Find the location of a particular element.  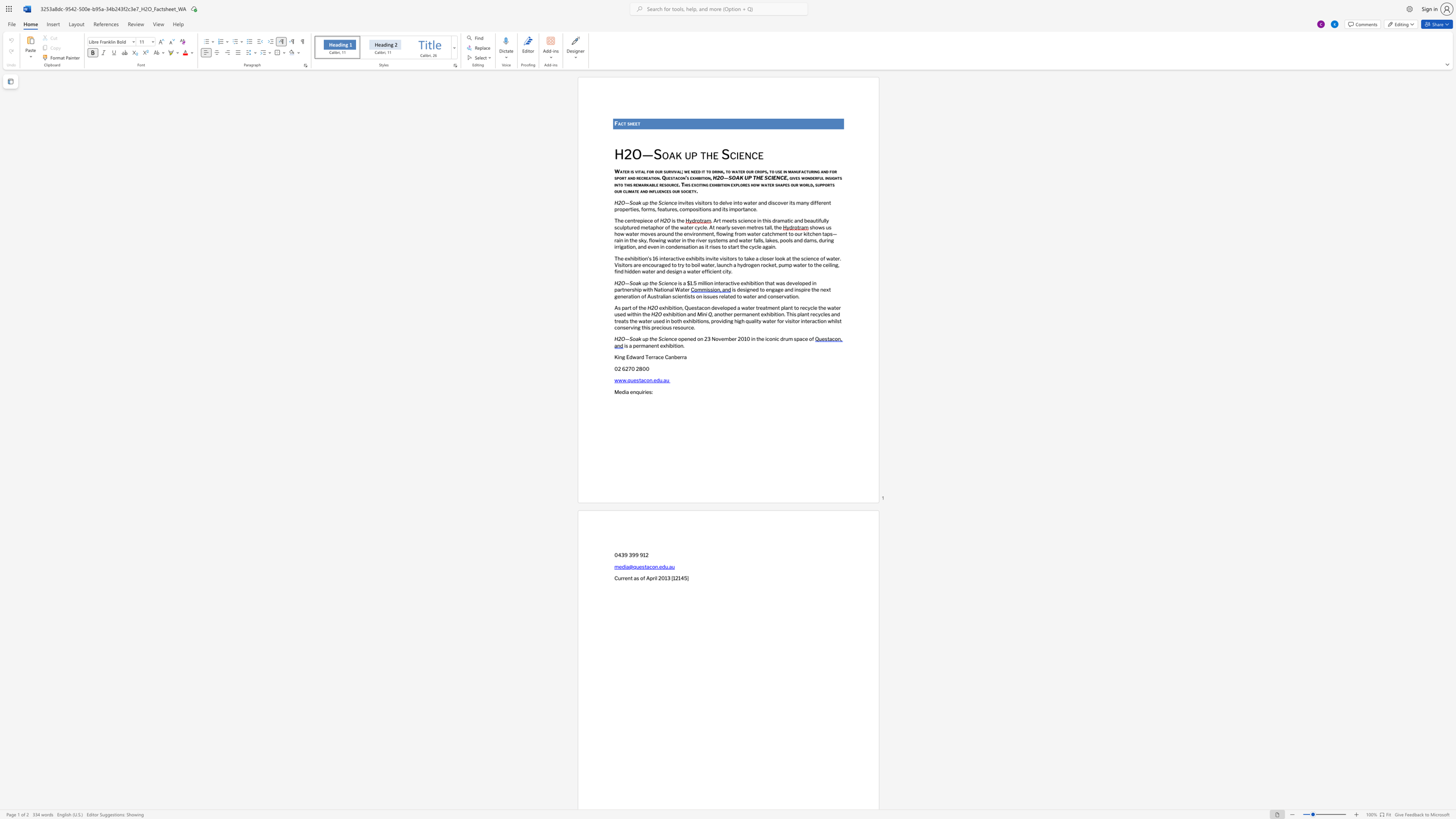

the subset text "ec" within the text "The centrepiece of" is located at coordinates (643, 220).